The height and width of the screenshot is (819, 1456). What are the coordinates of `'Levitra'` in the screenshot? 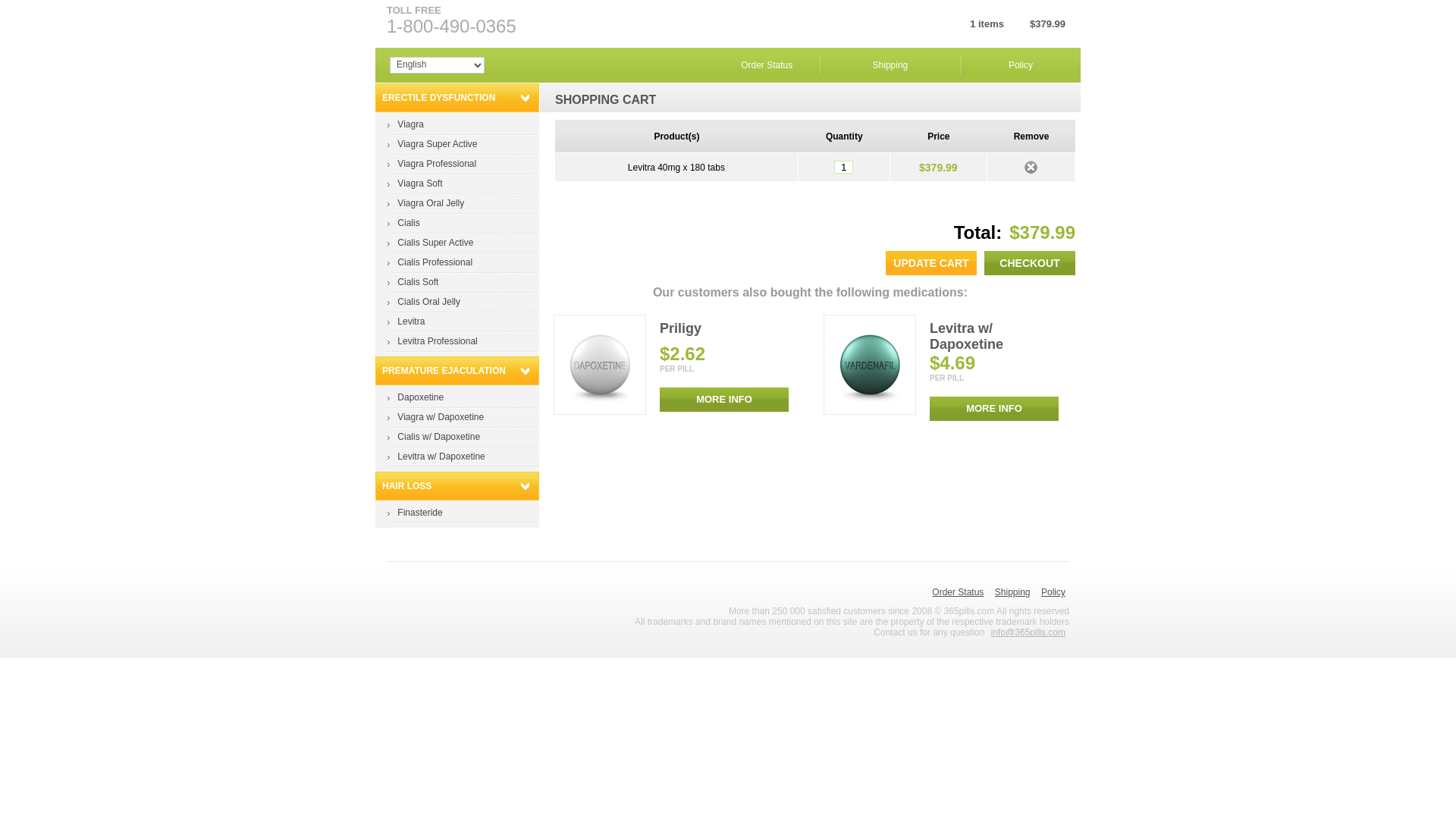 It's located at (411, 321).